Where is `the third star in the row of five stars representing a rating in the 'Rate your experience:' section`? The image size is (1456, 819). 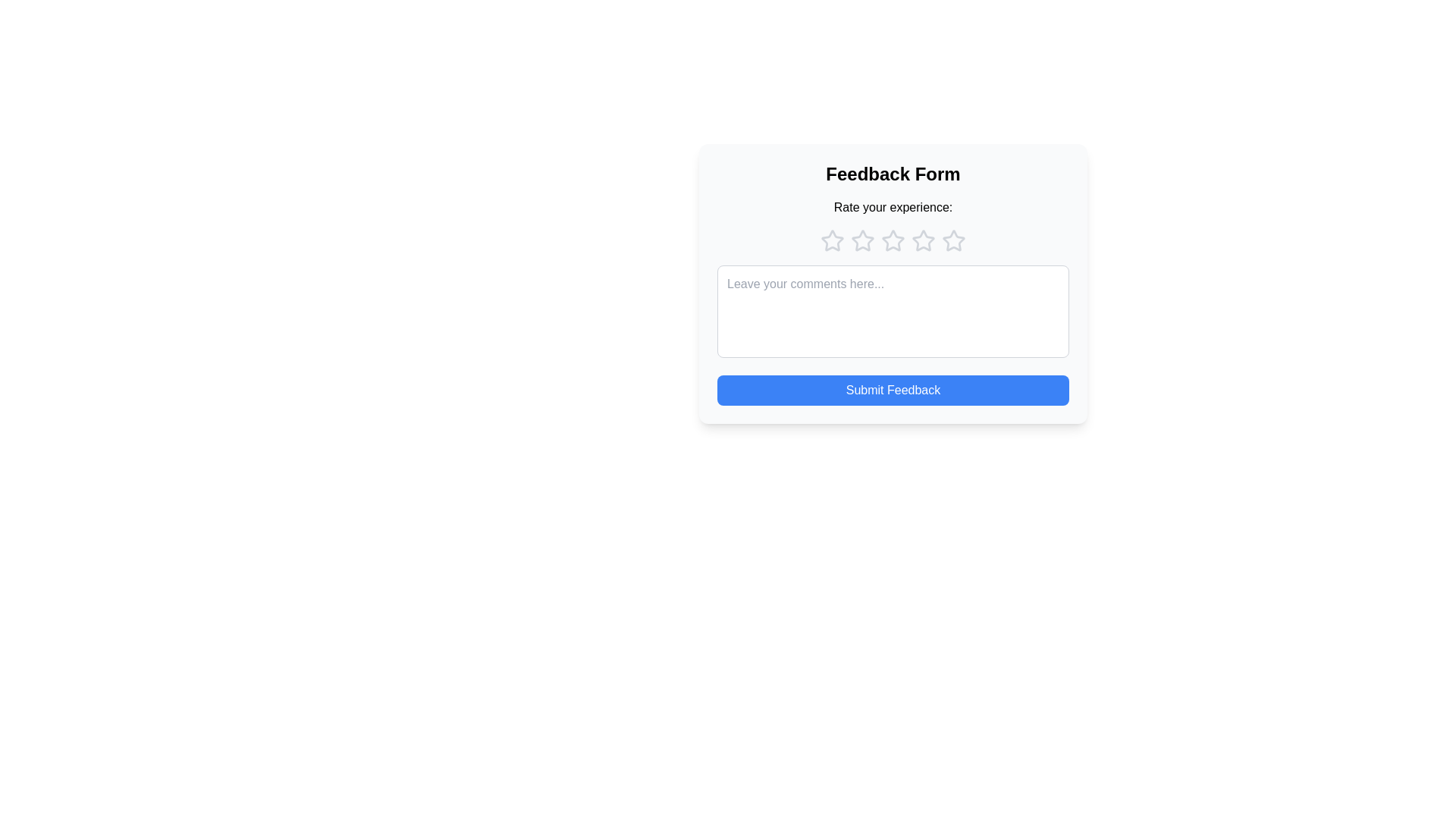
the third star in the row of five stars representing a rating in the 'Rate your experience:' section is located at coordinates (923, 239).